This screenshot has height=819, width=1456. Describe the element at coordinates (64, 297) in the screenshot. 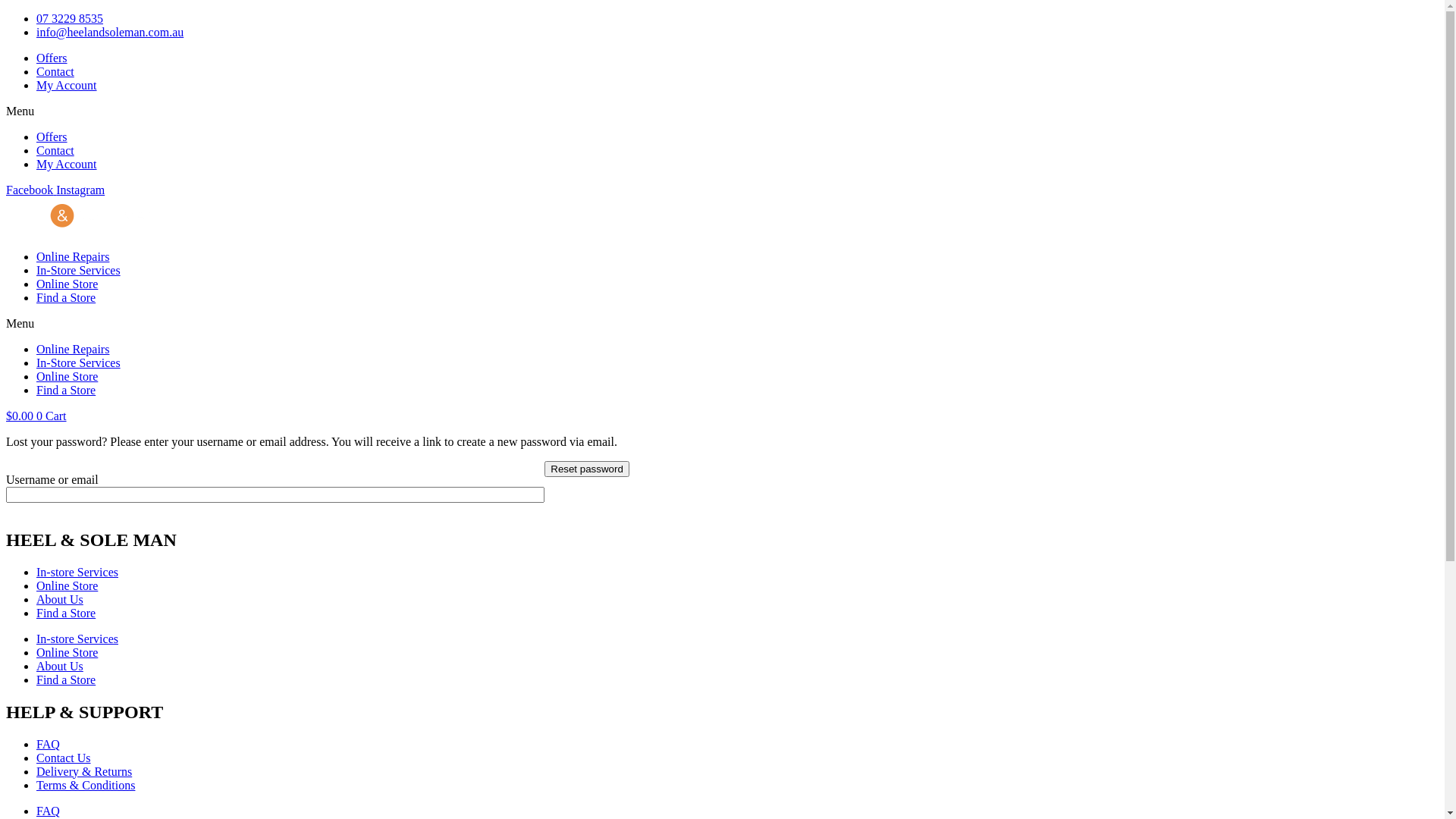

I see `'Find a Store'` at that location.